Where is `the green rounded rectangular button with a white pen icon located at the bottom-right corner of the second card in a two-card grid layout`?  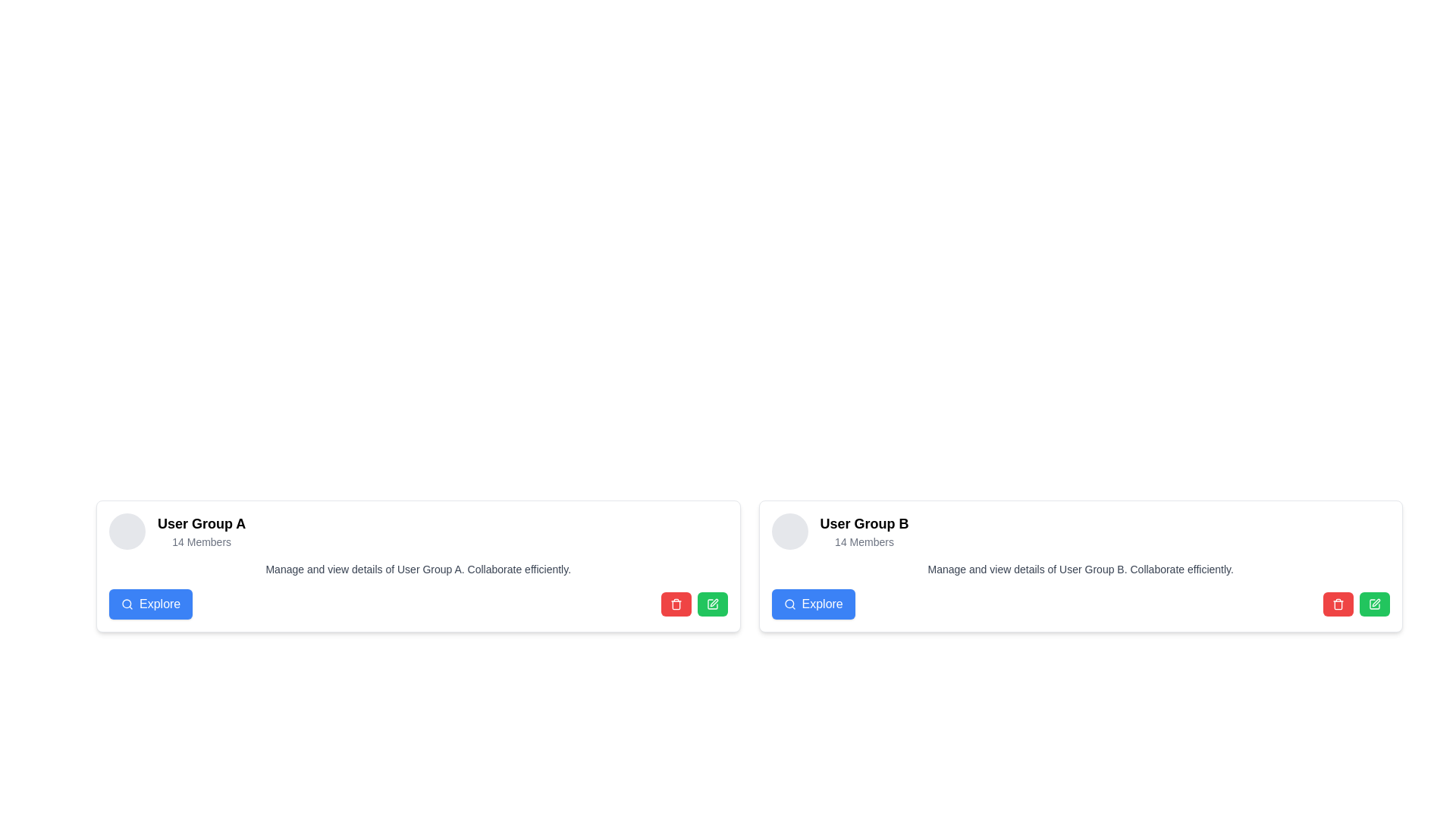
the green rounded rectangular button with a white pen icon located at the bottom-right corner of the second card in a two-card grid layout is located at coordinates (1375, 604).